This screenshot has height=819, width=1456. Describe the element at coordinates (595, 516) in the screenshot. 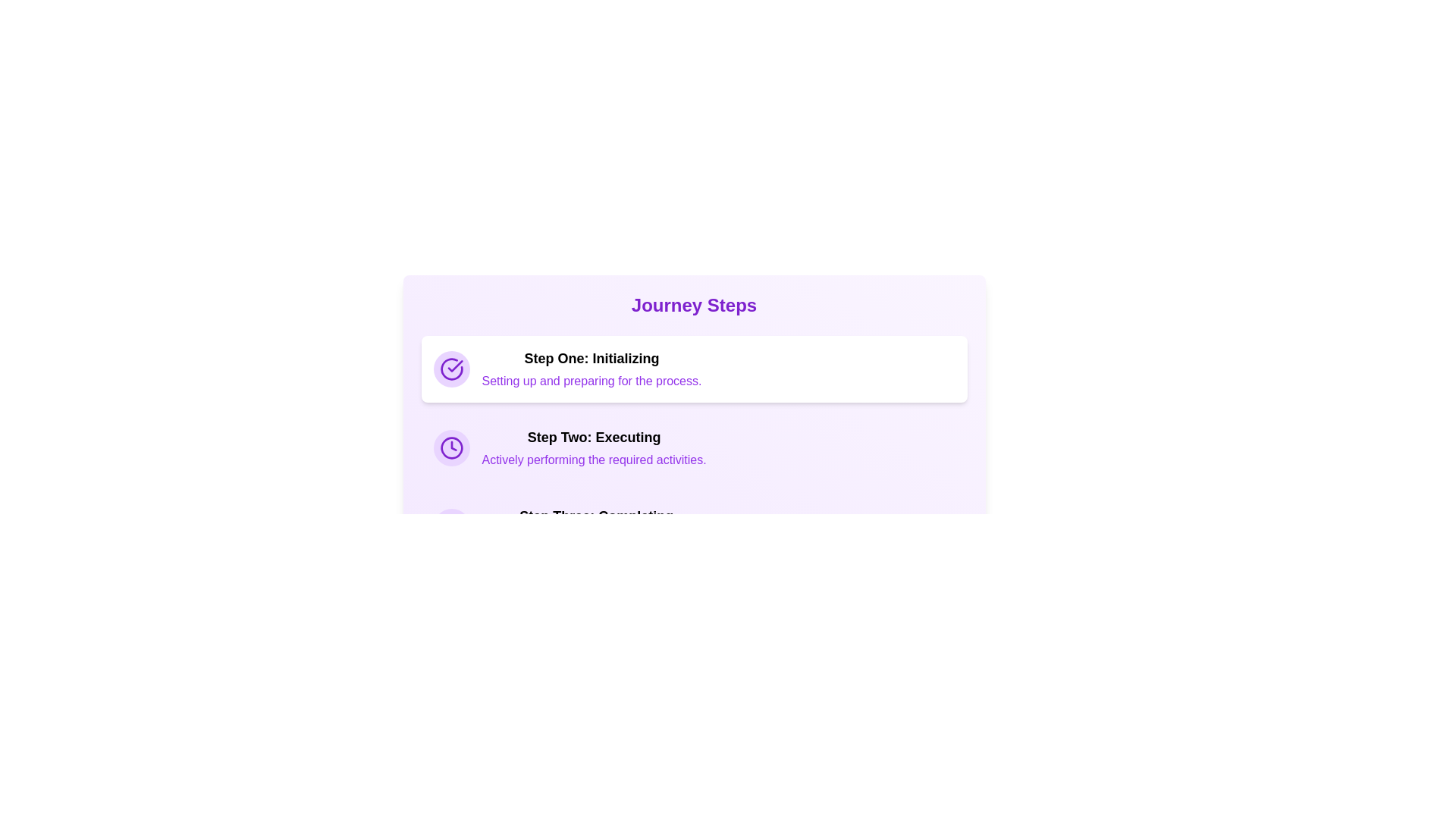

I see `the text component displaying 'Step Three: Completing' in the 'Journey Steps' interface, which is styled with a bold sans-serif font on a light purple background` at that location.